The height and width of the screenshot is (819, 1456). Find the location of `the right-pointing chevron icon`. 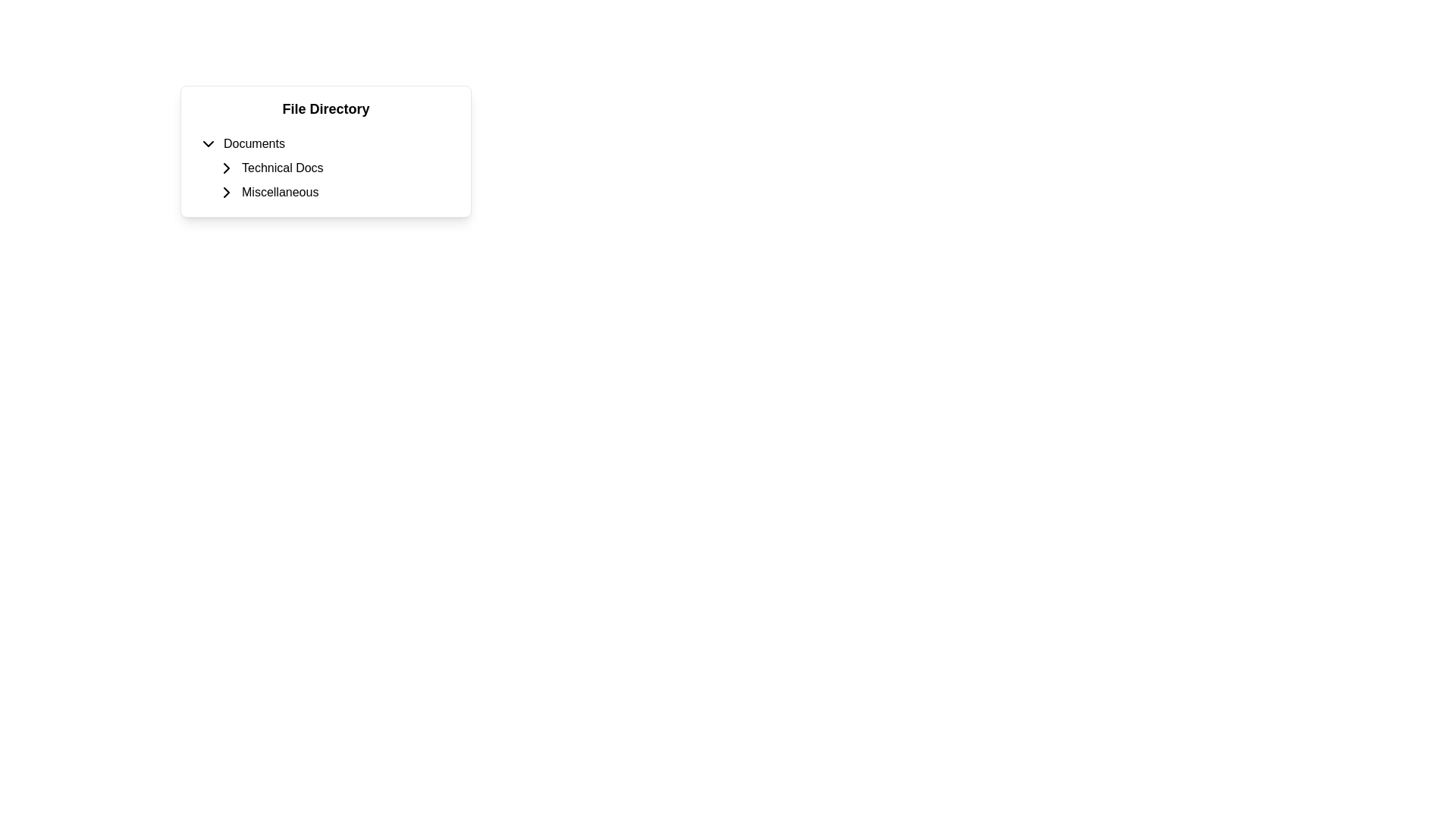

the right-pointing chevron icon is located at coordinates (225, 168).